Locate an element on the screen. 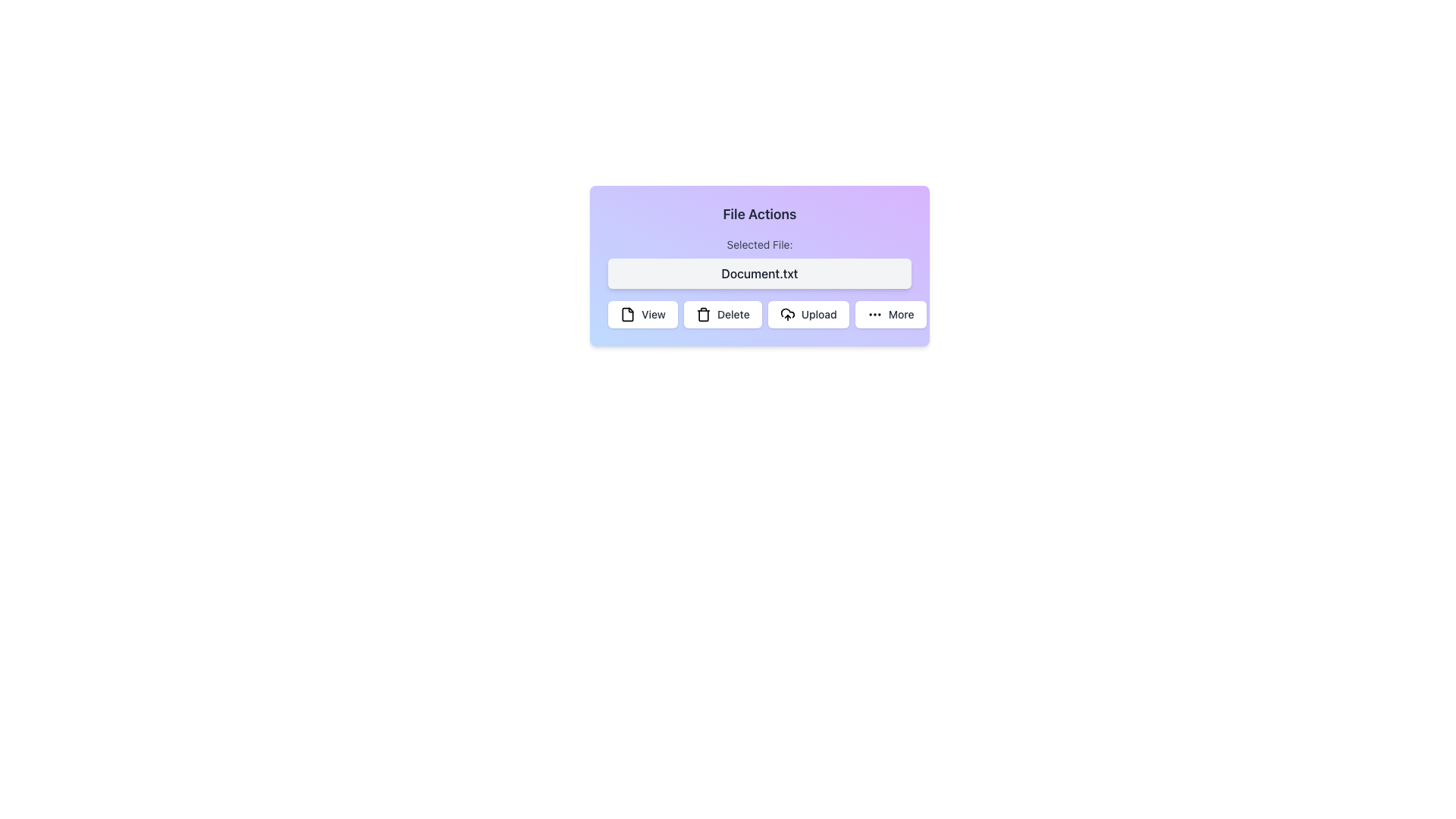  the file icon represented by a simplified vector graphic design, located at the leftmost end of the horizontal row of buttons within the 'File Actions' card UI is located at coordinates (628, 314).